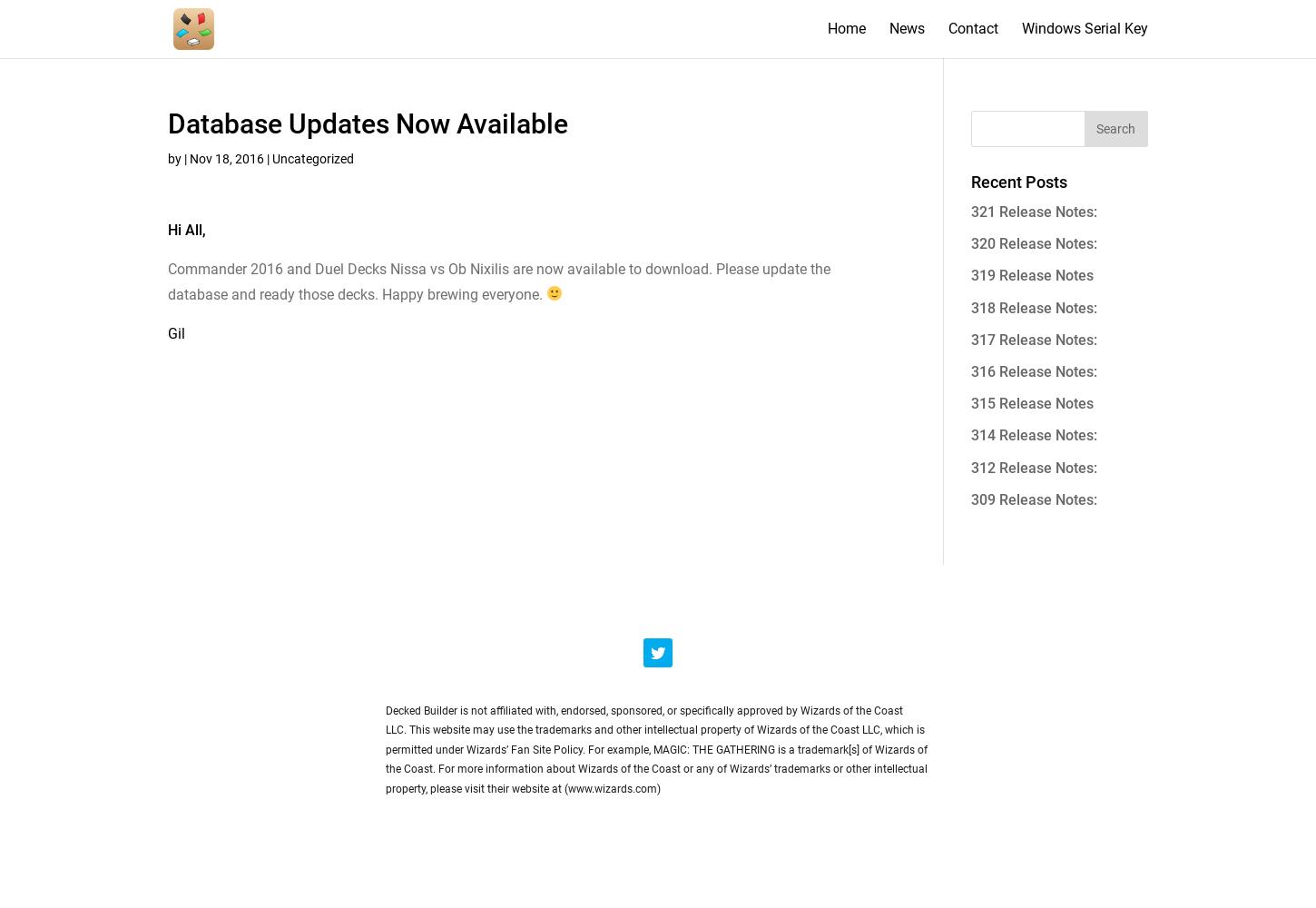  I want to click on 'Gil', so click(175, 331).